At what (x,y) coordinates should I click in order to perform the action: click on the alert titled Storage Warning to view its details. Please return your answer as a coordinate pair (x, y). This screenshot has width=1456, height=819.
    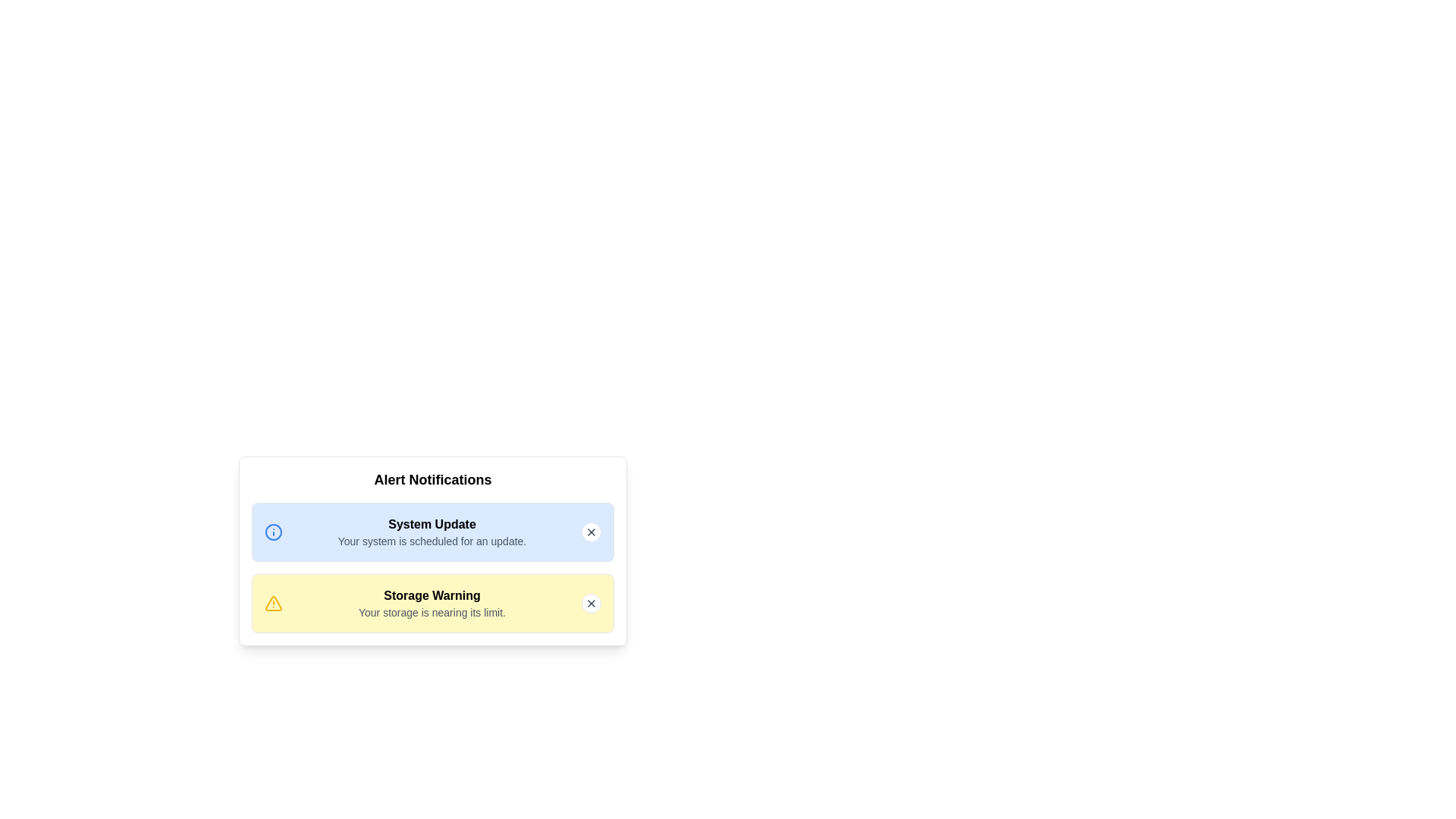
    Looking at the image, I should click on (431, 595).